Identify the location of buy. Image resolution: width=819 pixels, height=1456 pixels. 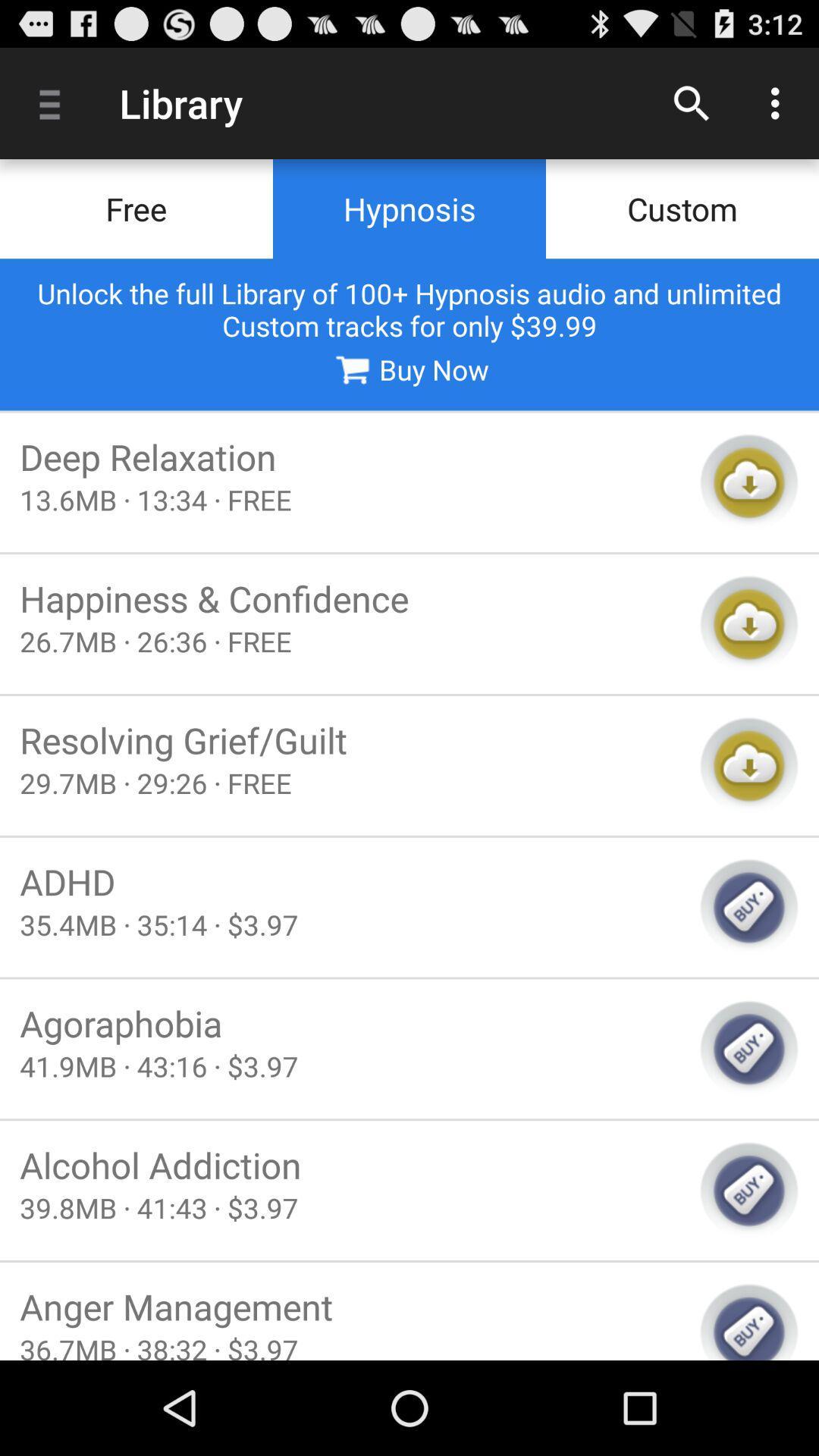
(748, 1048).